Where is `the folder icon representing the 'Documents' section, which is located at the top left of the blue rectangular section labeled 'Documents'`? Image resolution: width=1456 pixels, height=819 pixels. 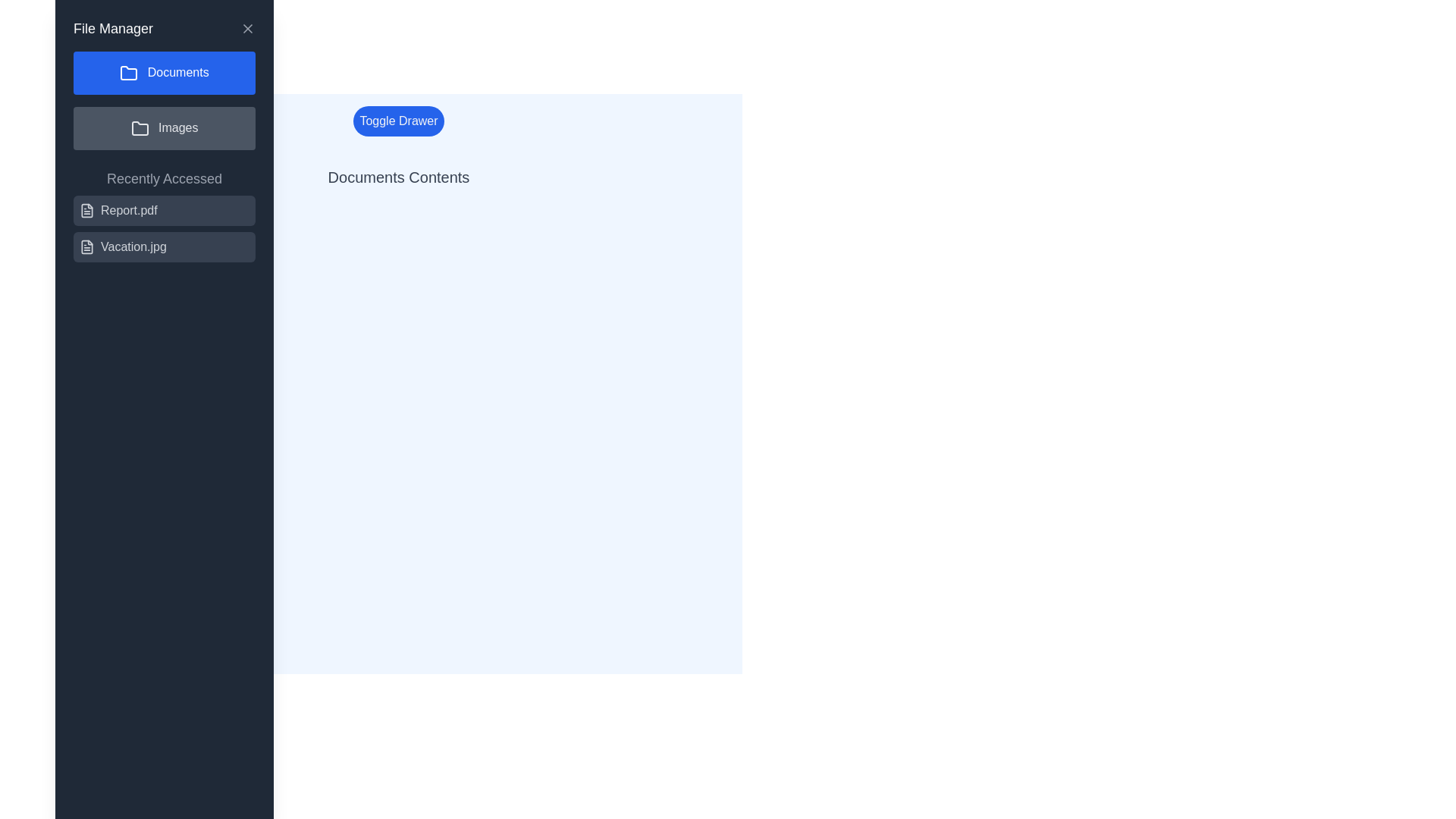
the folder icon representing the 'Documents' section, which is located at the top left of the blue rectangular section labeled 'Documents' is located at coordinates (129, 73).